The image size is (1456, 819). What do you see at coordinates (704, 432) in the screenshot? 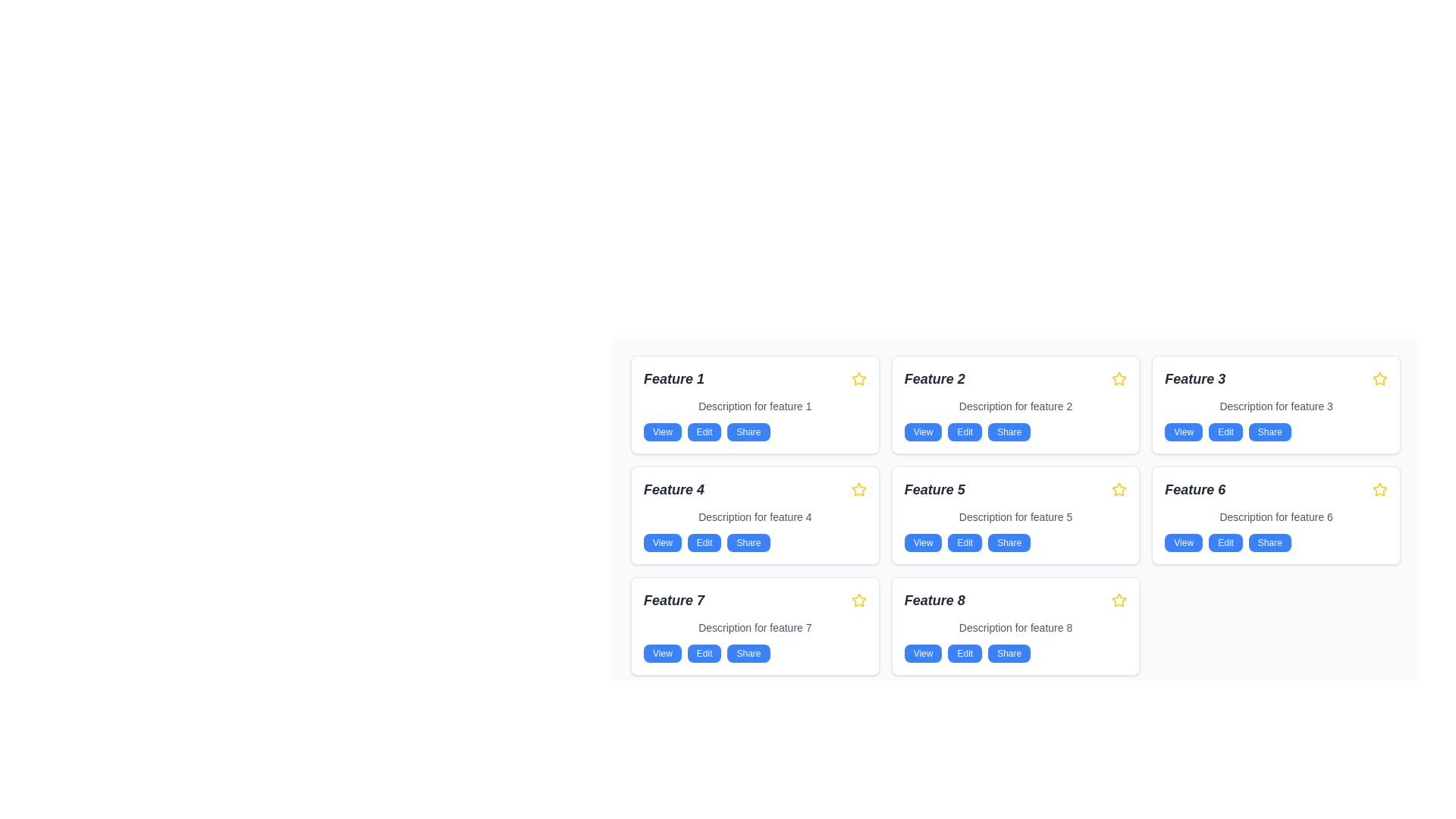
I see `the blue button labeled 'Edit'` at bounding box center [704, 432].